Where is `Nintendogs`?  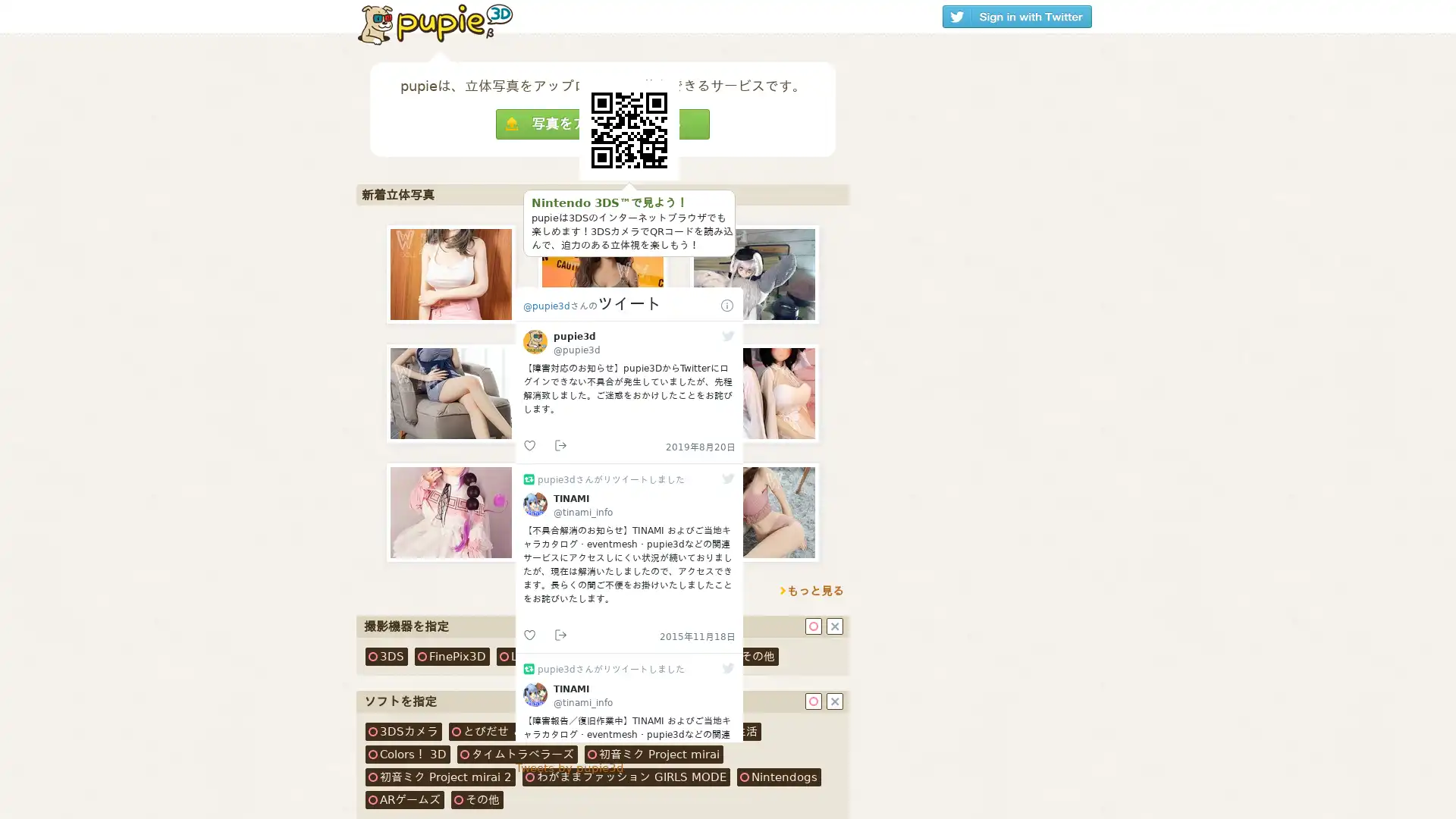 Nintendogs is located at coordinates (779, 777).